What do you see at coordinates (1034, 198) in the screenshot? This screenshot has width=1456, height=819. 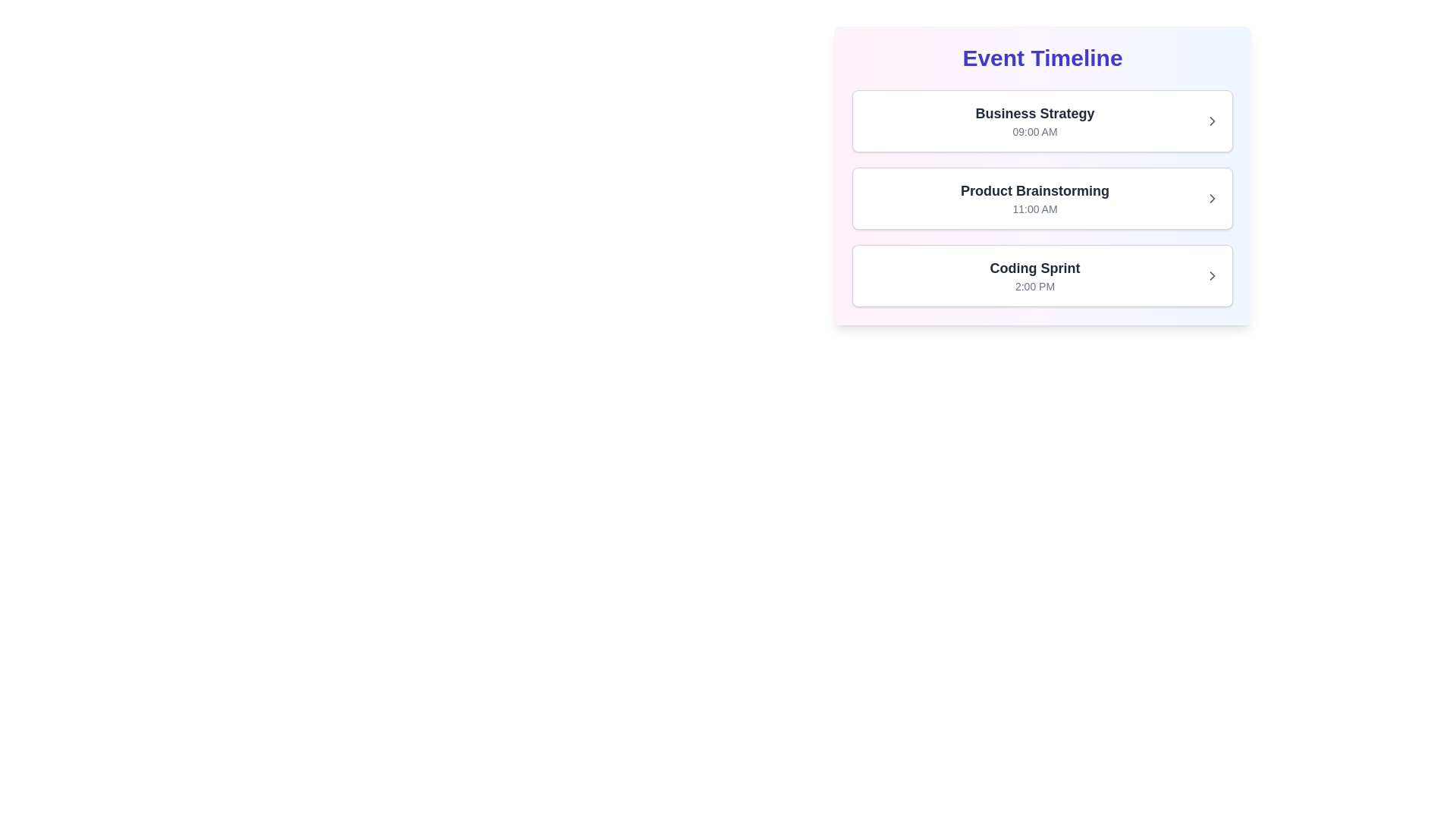 I see `the 'Product Brainstorming' text block in the Event Timeline section` at bounding box center [1034, 198].